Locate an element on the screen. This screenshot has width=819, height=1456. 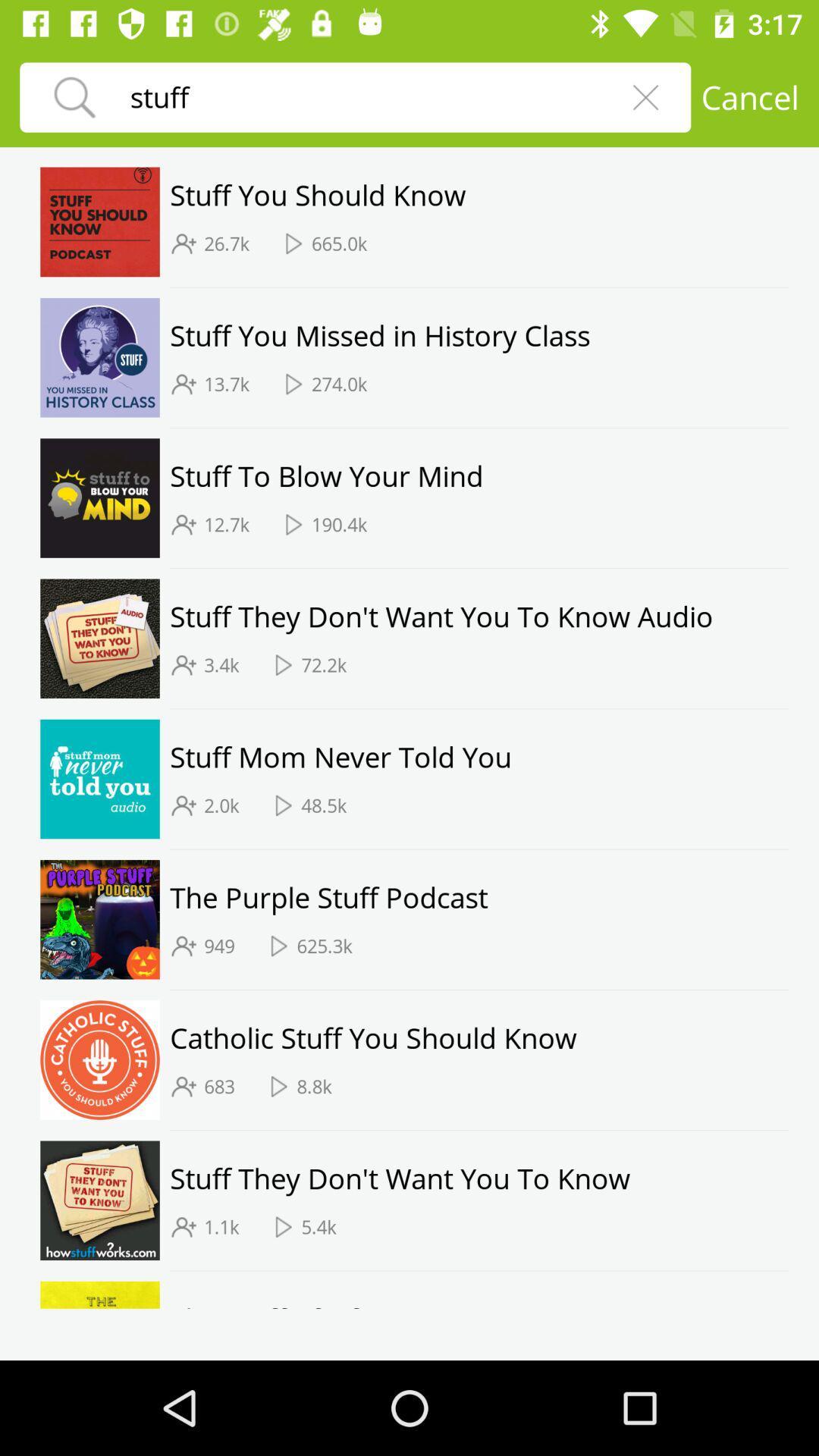
icon below the purple stuff item is located at coordinates (219, 945).